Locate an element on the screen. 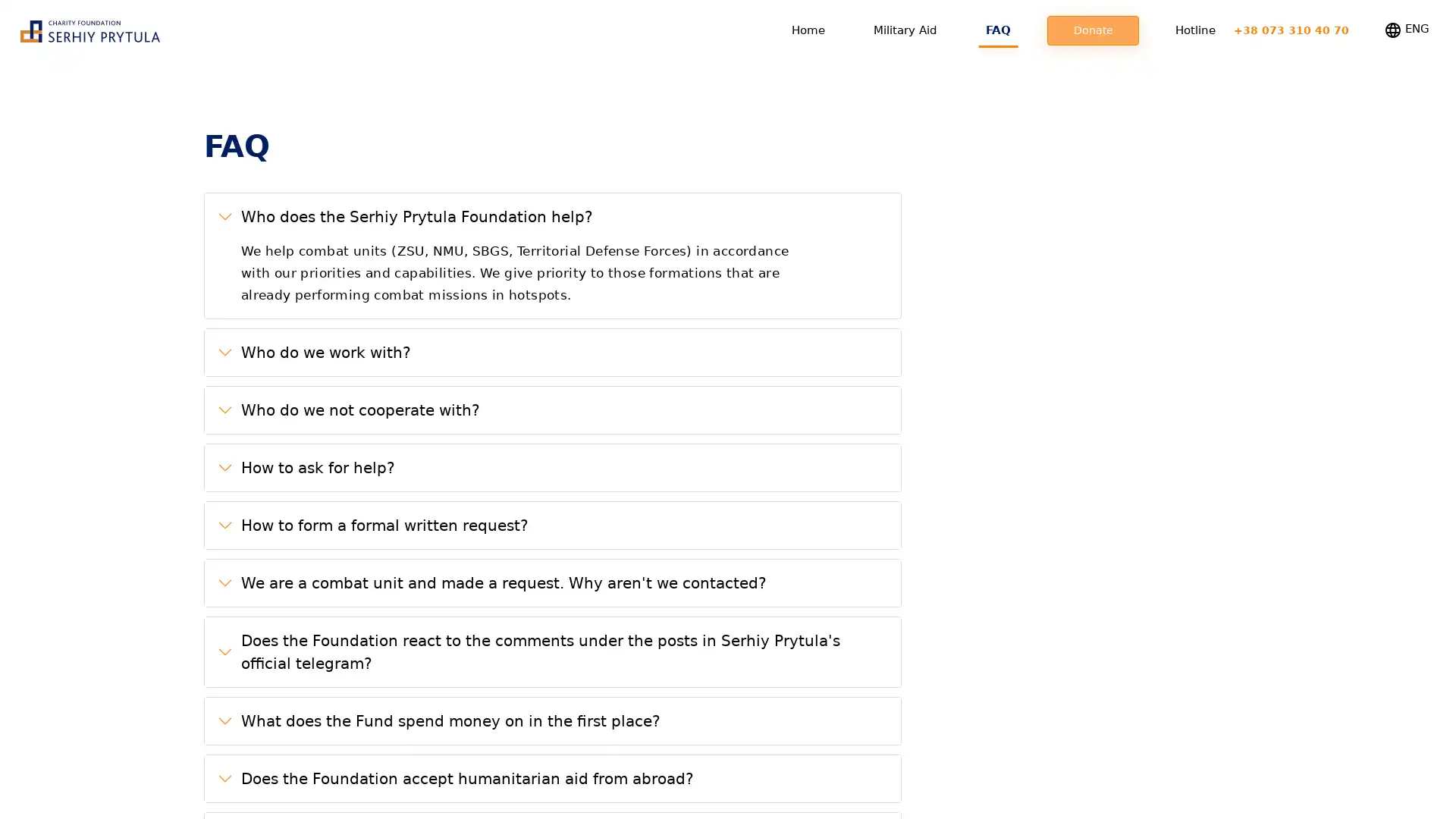  Who does the Serhiy Prytula Foundation help? is located at coordinates (551, 216).